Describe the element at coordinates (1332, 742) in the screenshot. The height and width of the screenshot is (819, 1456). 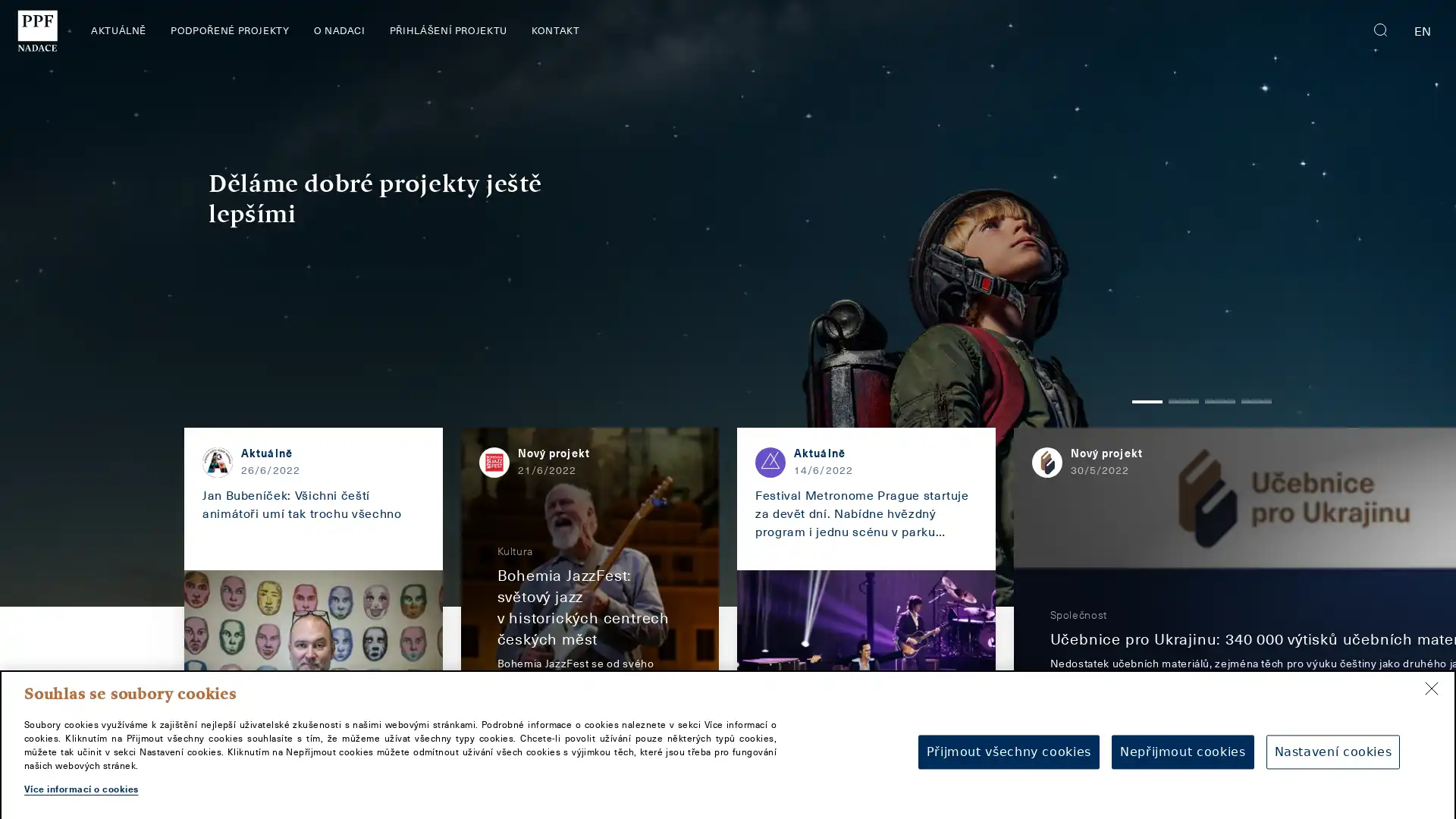
I see `Nastaveni cookies` at that location.